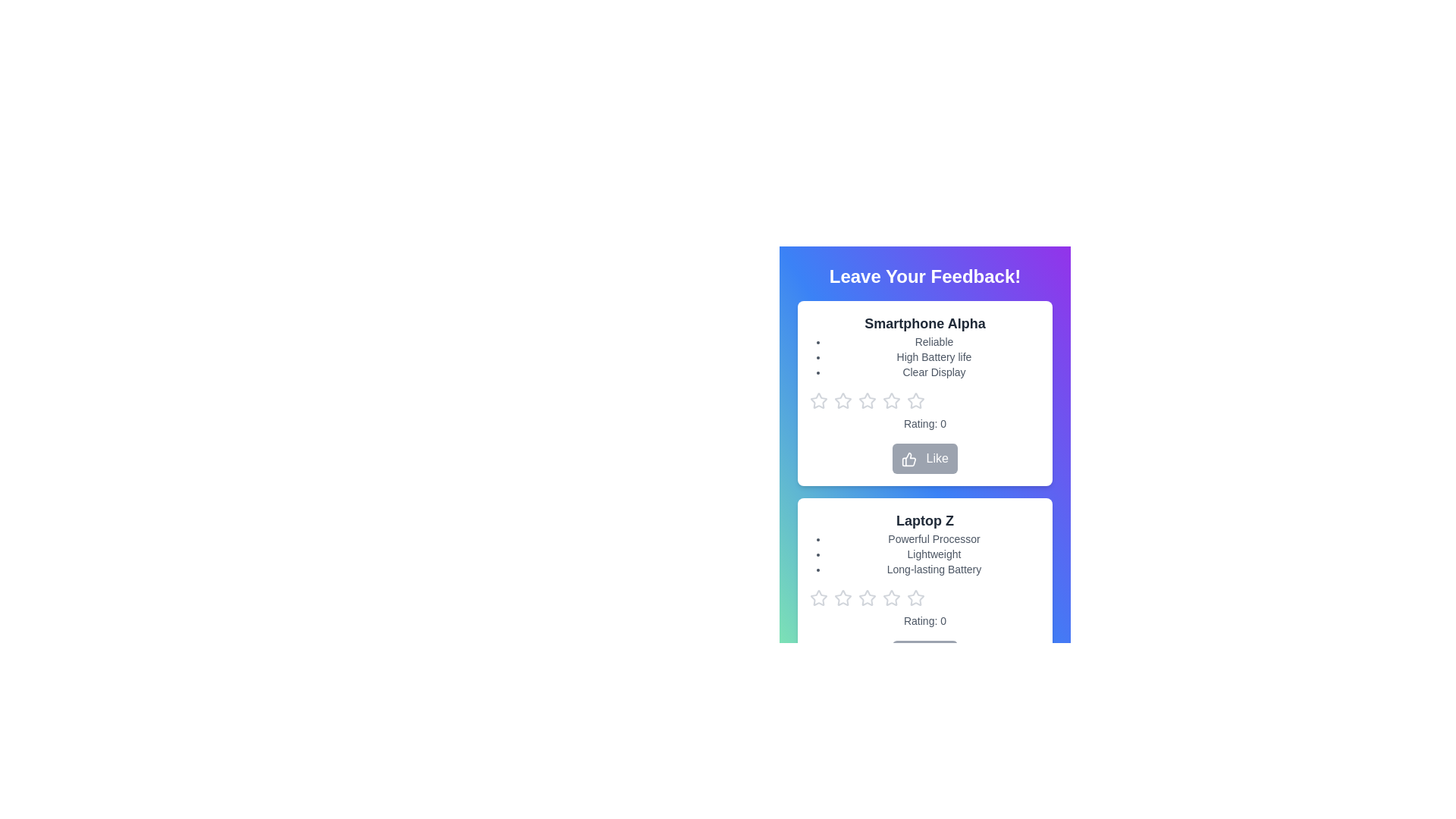  What do you see at coordinates (909, 458) in the screenshot?
I see `the right thumbs-up icon located within the card section under the heading 'Smartphone Alpha'` at bounding box center [909, 458].